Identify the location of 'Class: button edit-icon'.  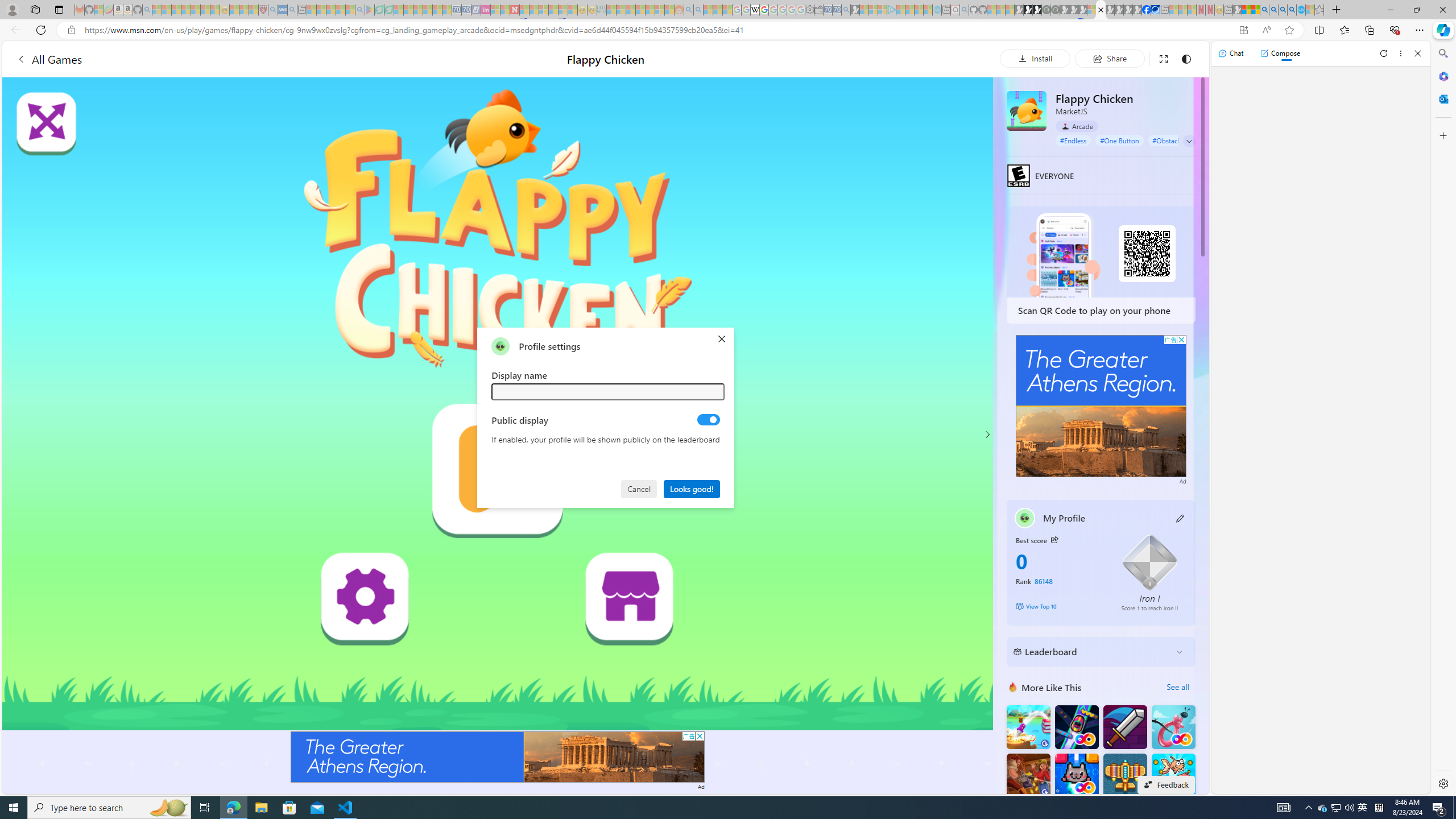
(1180, 517).